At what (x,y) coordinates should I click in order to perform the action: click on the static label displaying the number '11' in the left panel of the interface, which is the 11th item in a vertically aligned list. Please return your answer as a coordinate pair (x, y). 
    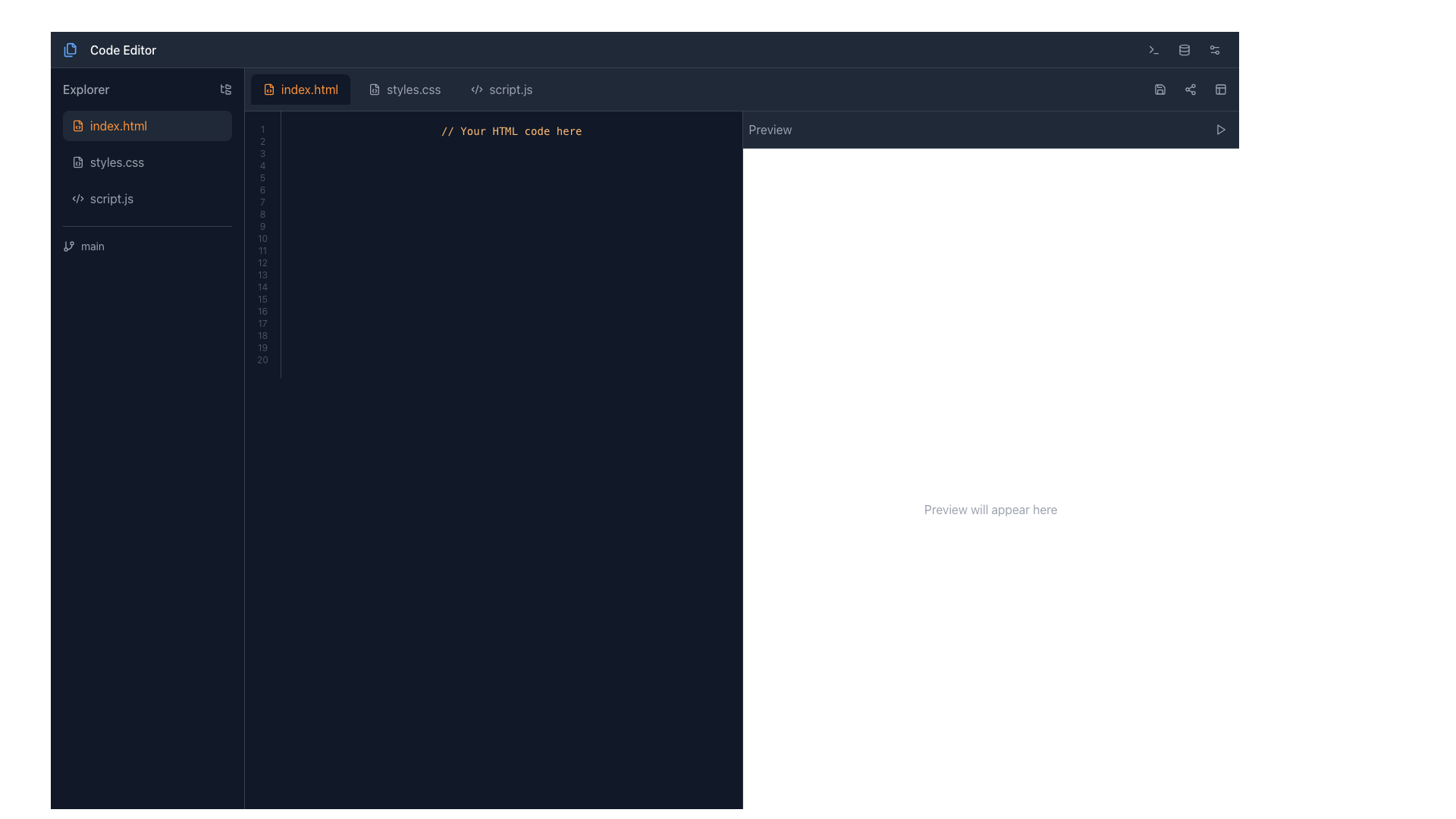
    Looking at the image, I should click on (262, 250).